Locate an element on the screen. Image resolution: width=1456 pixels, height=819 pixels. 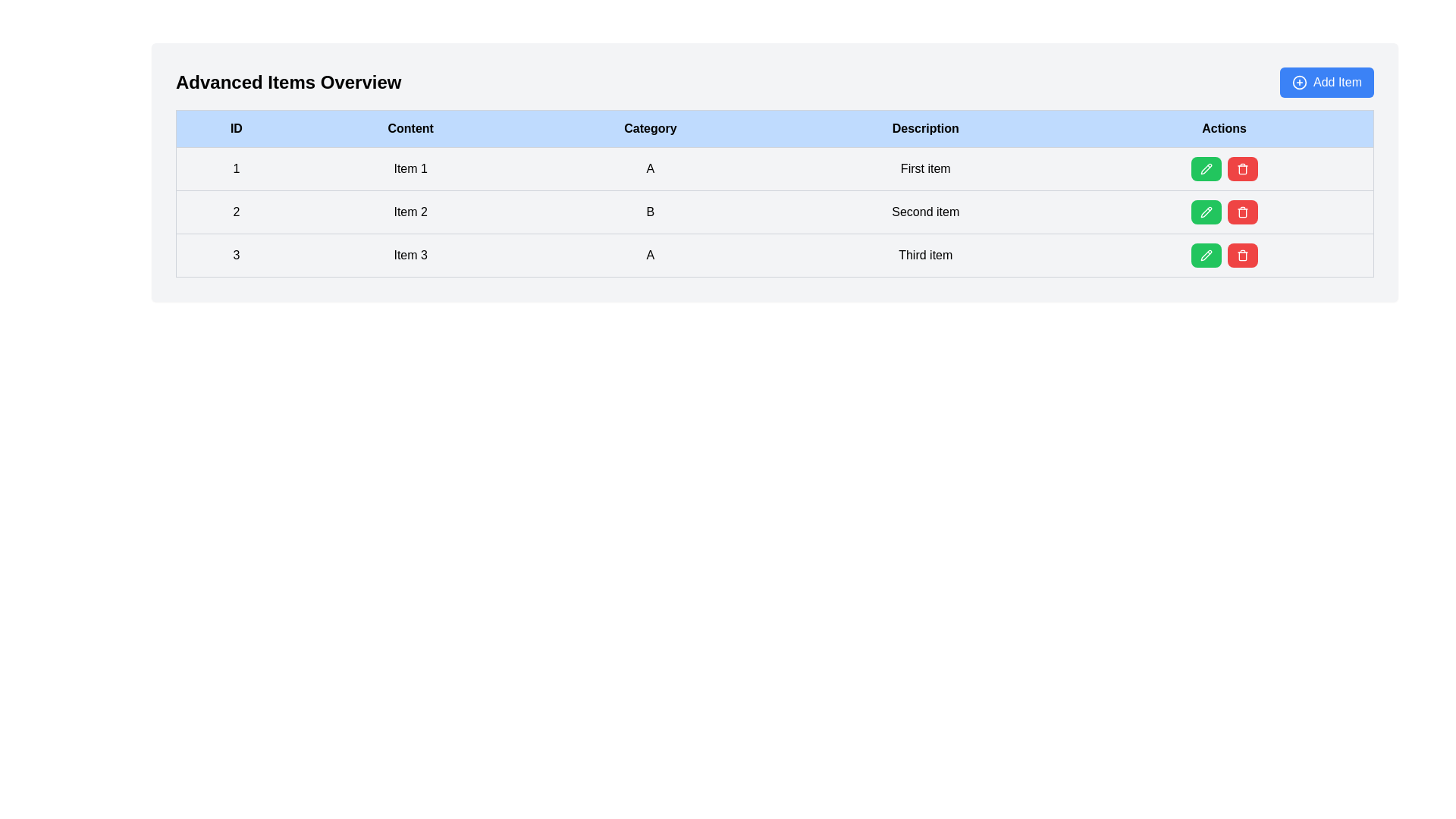
the Data cell displaying 'Item 3' located in the third row and second column of the table is located at coordinates (410, 254).